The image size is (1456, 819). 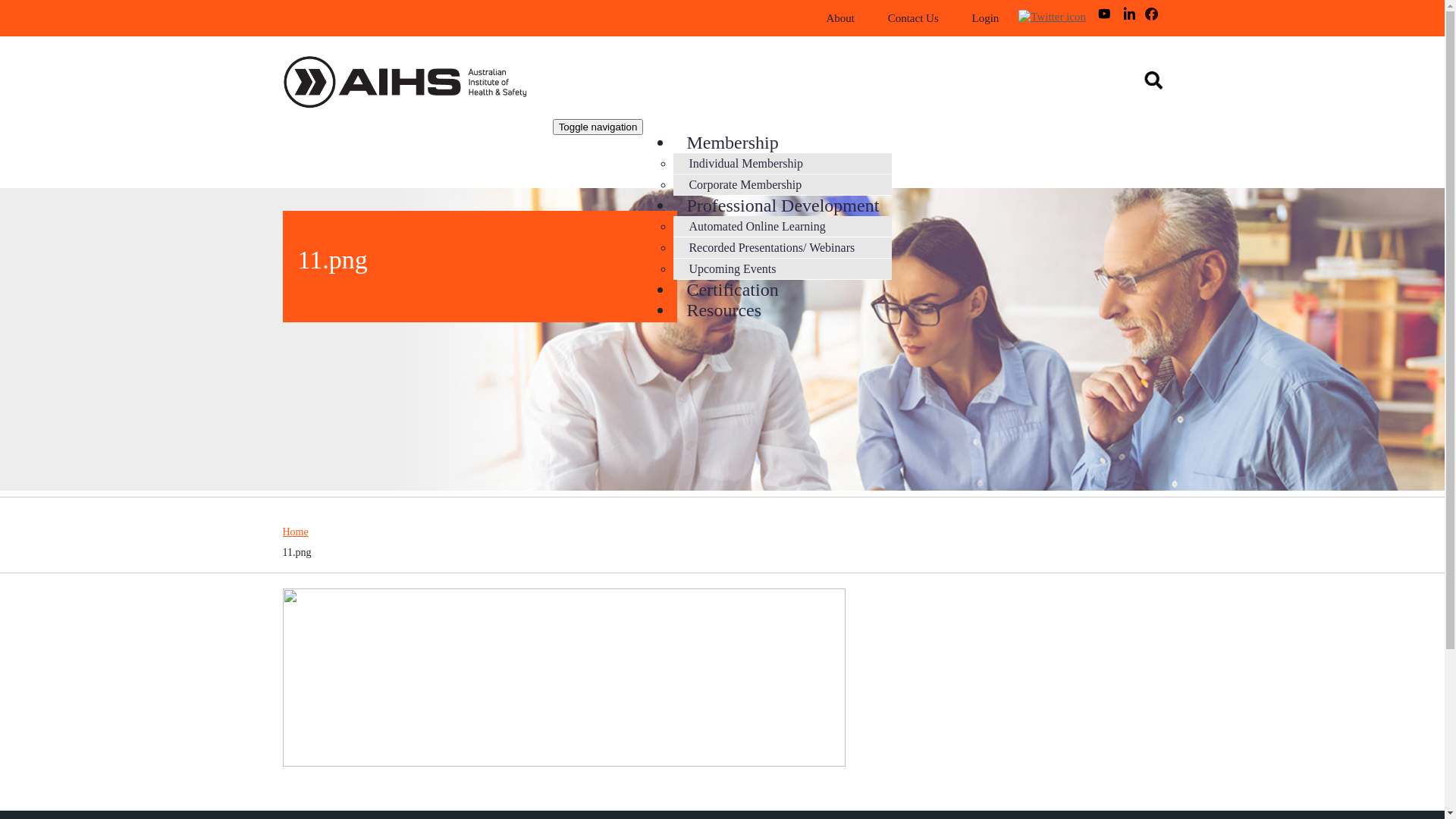 What do you see at coordinates (732, 143) in the screenshot?
I see `'Membership'` at bounding box center [732, 143].